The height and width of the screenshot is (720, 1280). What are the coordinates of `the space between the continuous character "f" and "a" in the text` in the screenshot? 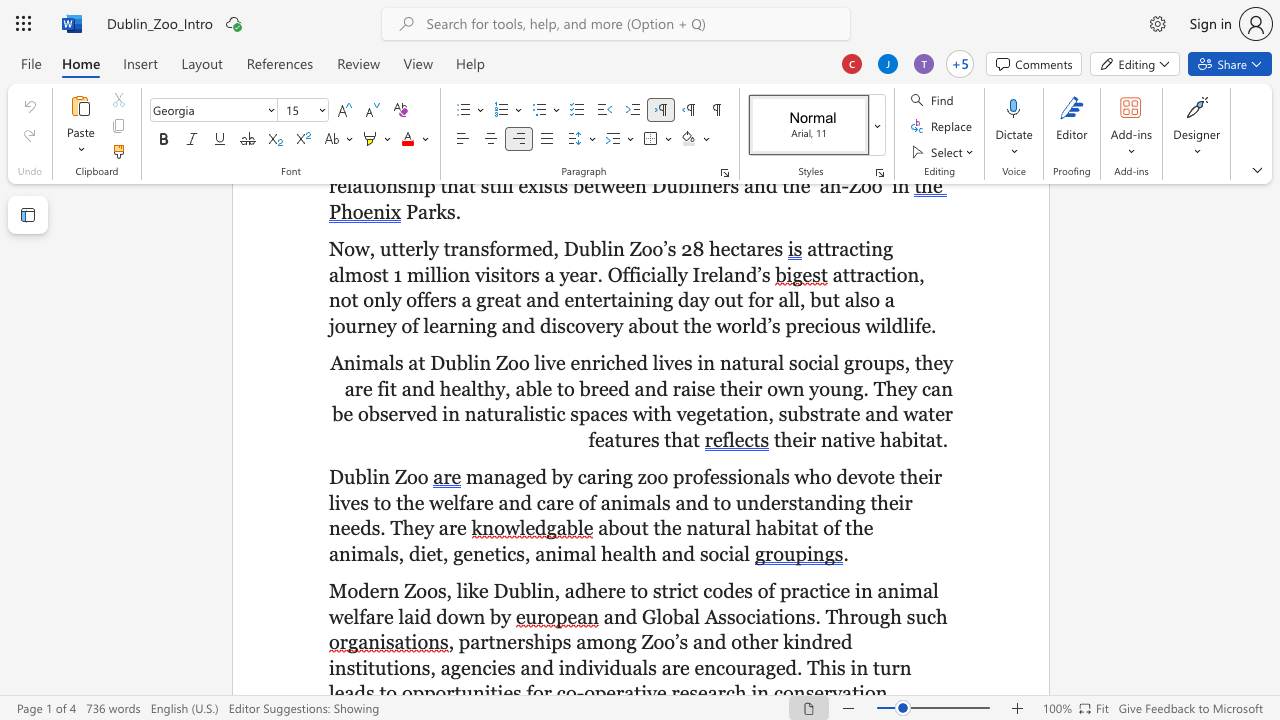 It's located at (465, 501).